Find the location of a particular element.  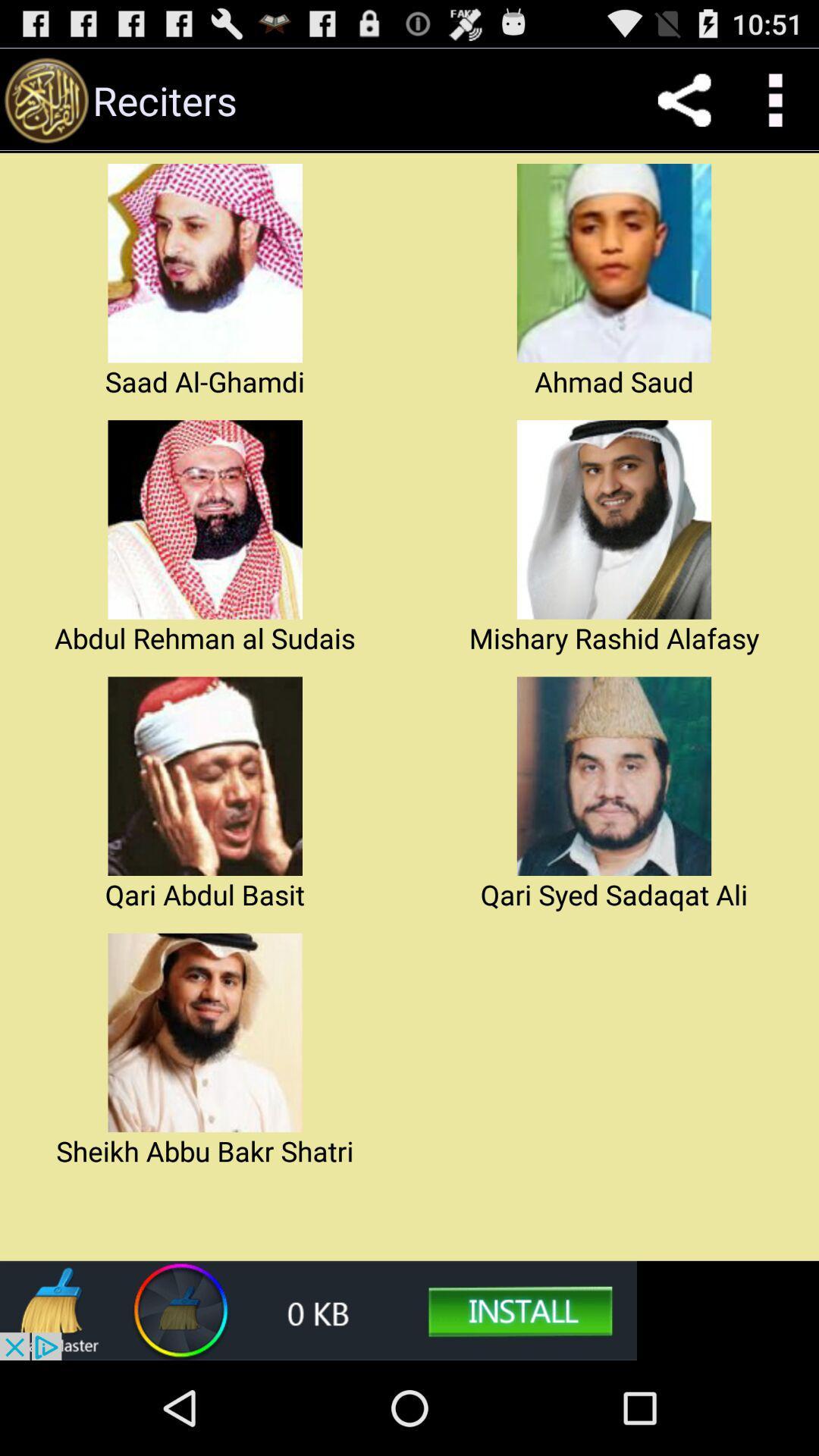

interact with advertisement is located at coordinates (318, 1310).